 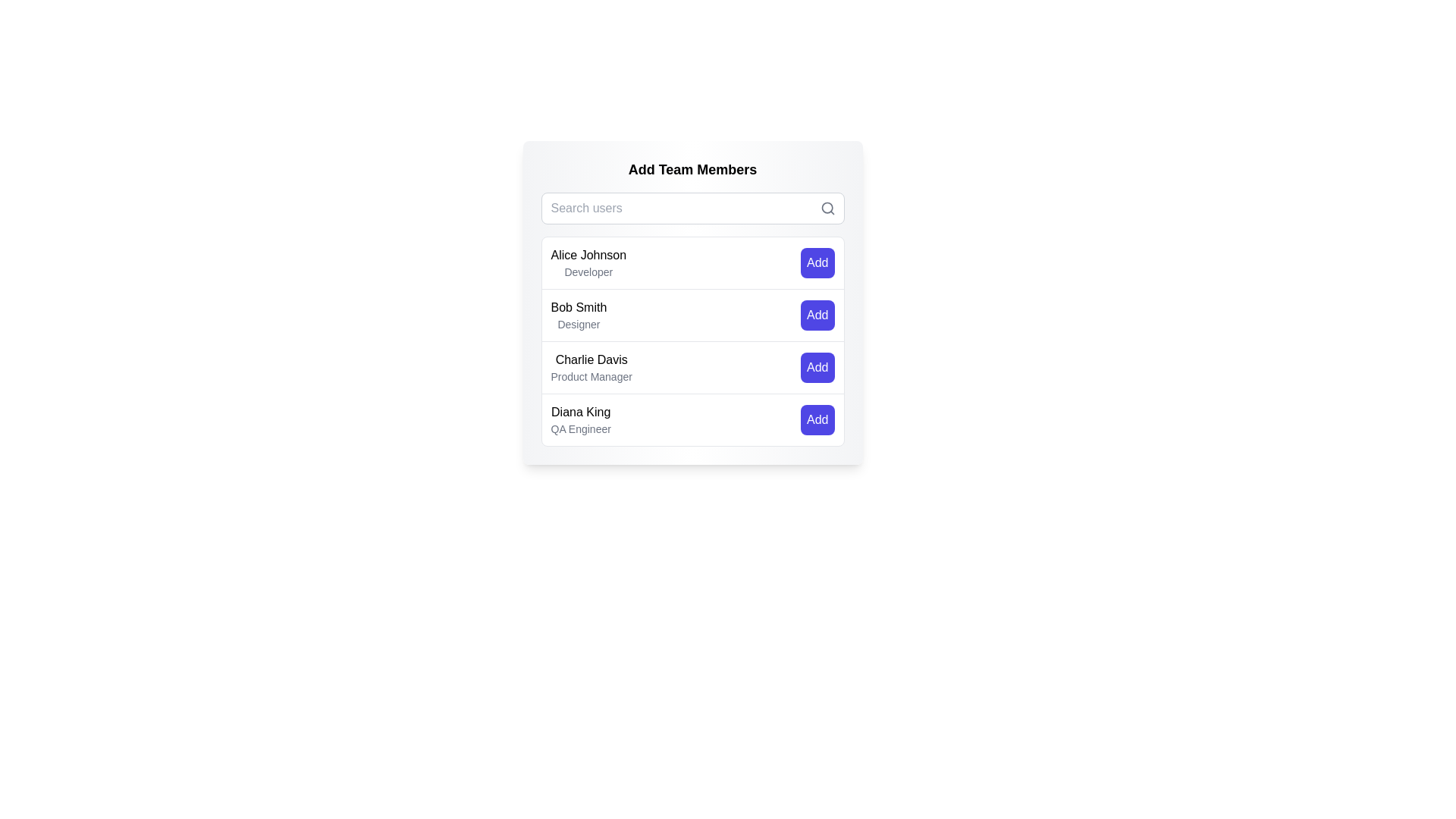 What do you see at coordinates (817, 262) in the screenshot?
I see `the button used to add 'Alice Johnson' to a team, located in the topmost row of user entries, aligned to the right side of the 'Alice Johnson Developer' entry` at bounding box center [817, 262].